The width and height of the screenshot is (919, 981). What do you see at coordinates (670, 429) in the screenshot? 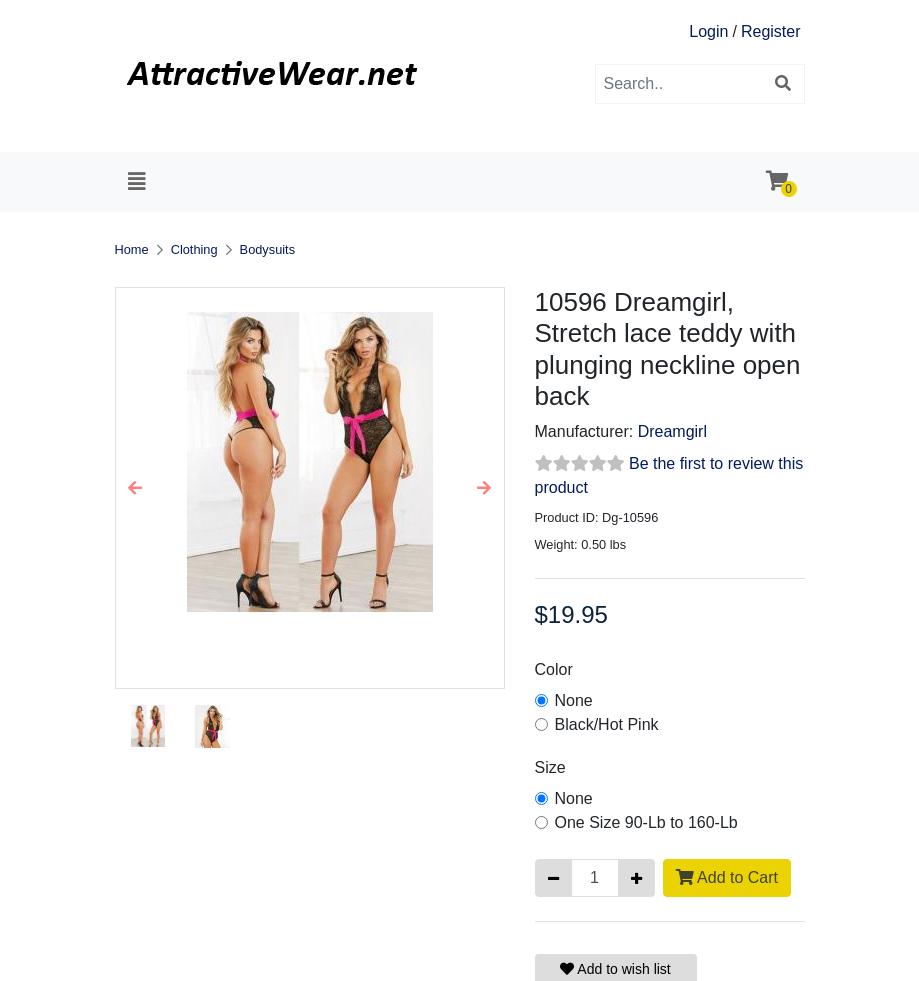
I see `'Dreamgirl'` at bounding box center [670, 429].